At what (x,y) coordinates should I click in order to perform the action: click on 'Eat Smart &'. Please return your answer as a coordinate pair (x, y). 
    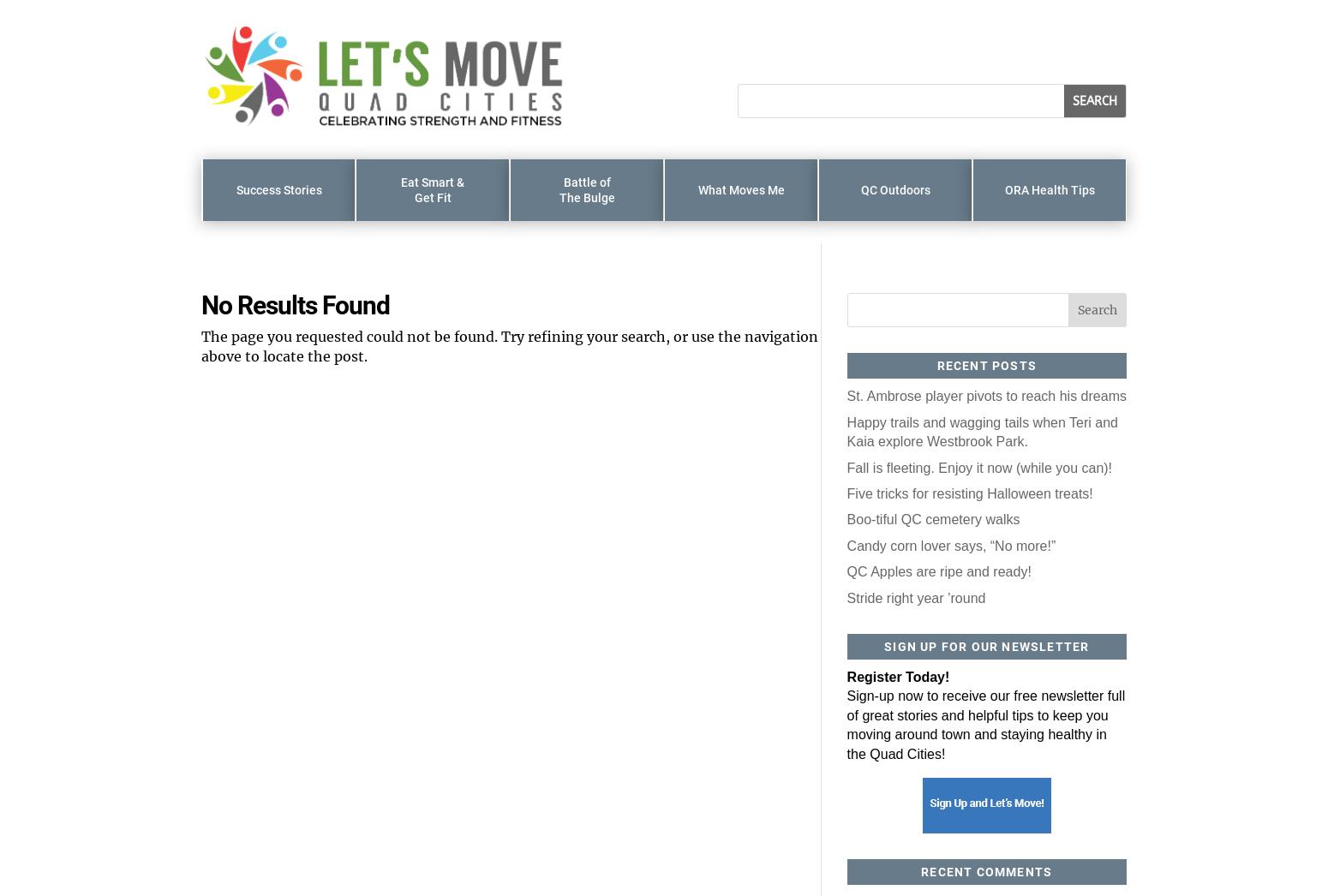
    Looking at the image, I should click on (399, 181).